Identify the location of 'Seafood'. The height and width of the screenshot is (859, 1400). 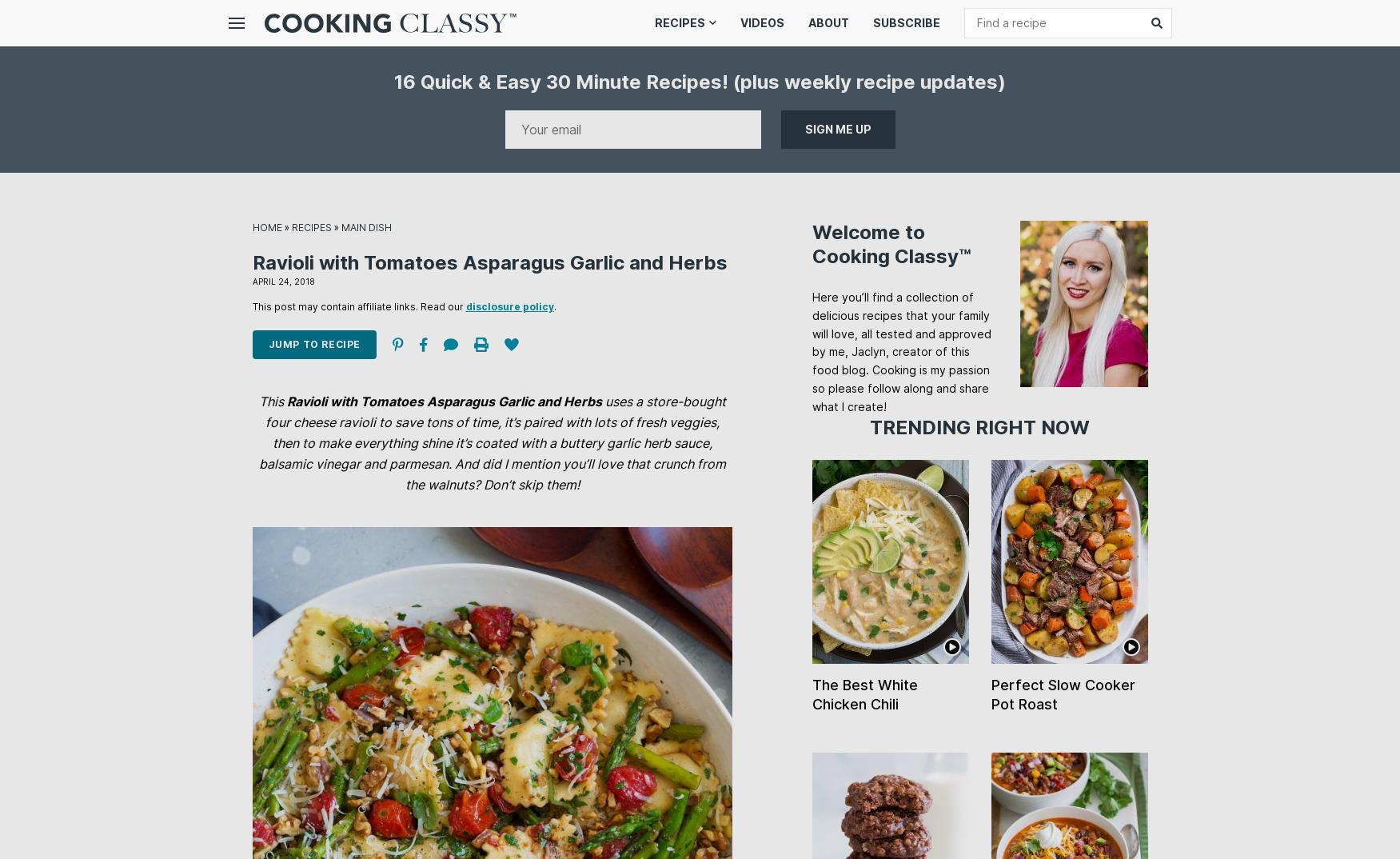
(682, 263).